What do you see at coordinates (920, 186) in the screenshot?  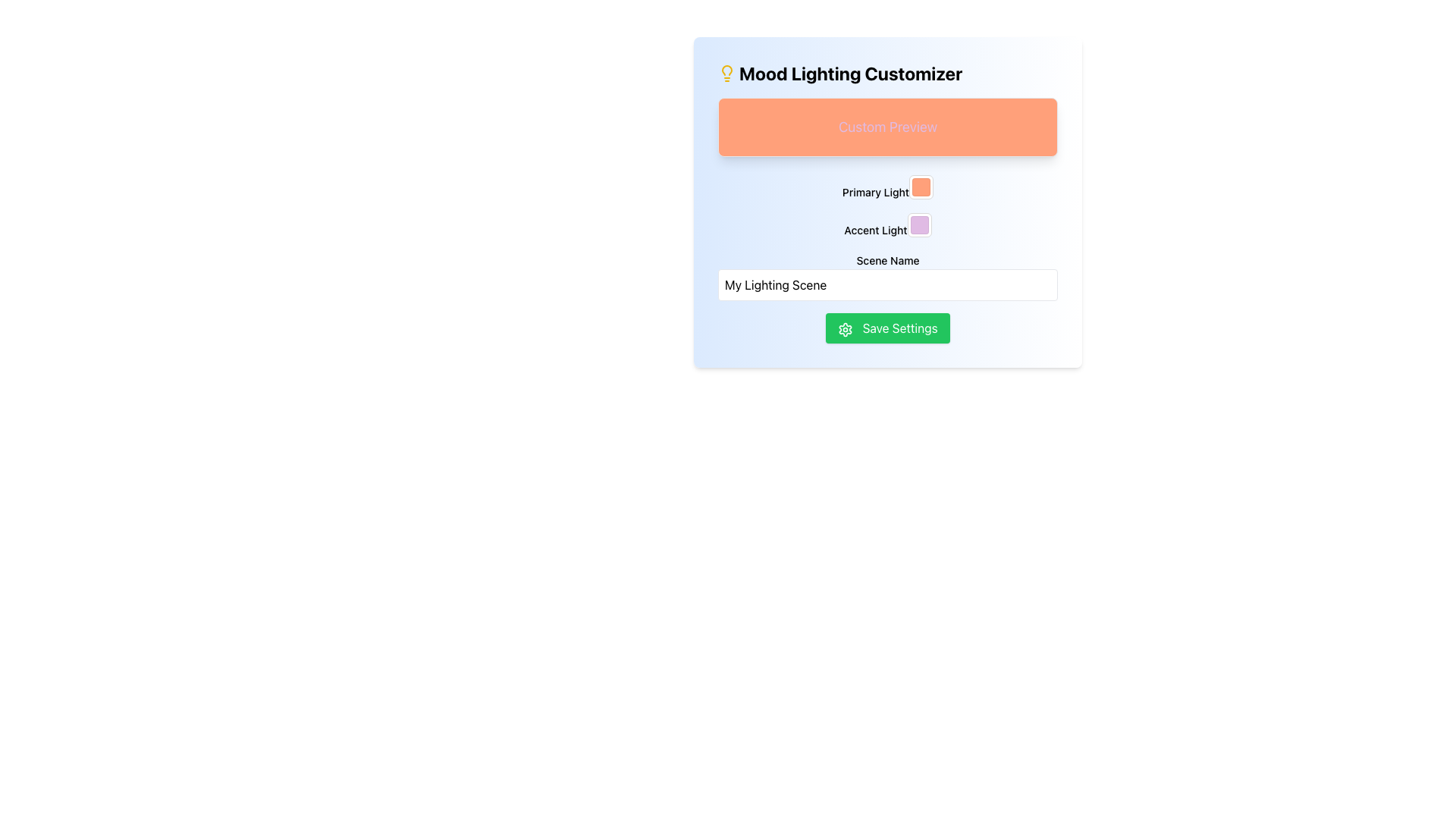 I see `the Color Picker Trigger located to the right of the 'Primary Light' label` at bounding box center [920, 186].